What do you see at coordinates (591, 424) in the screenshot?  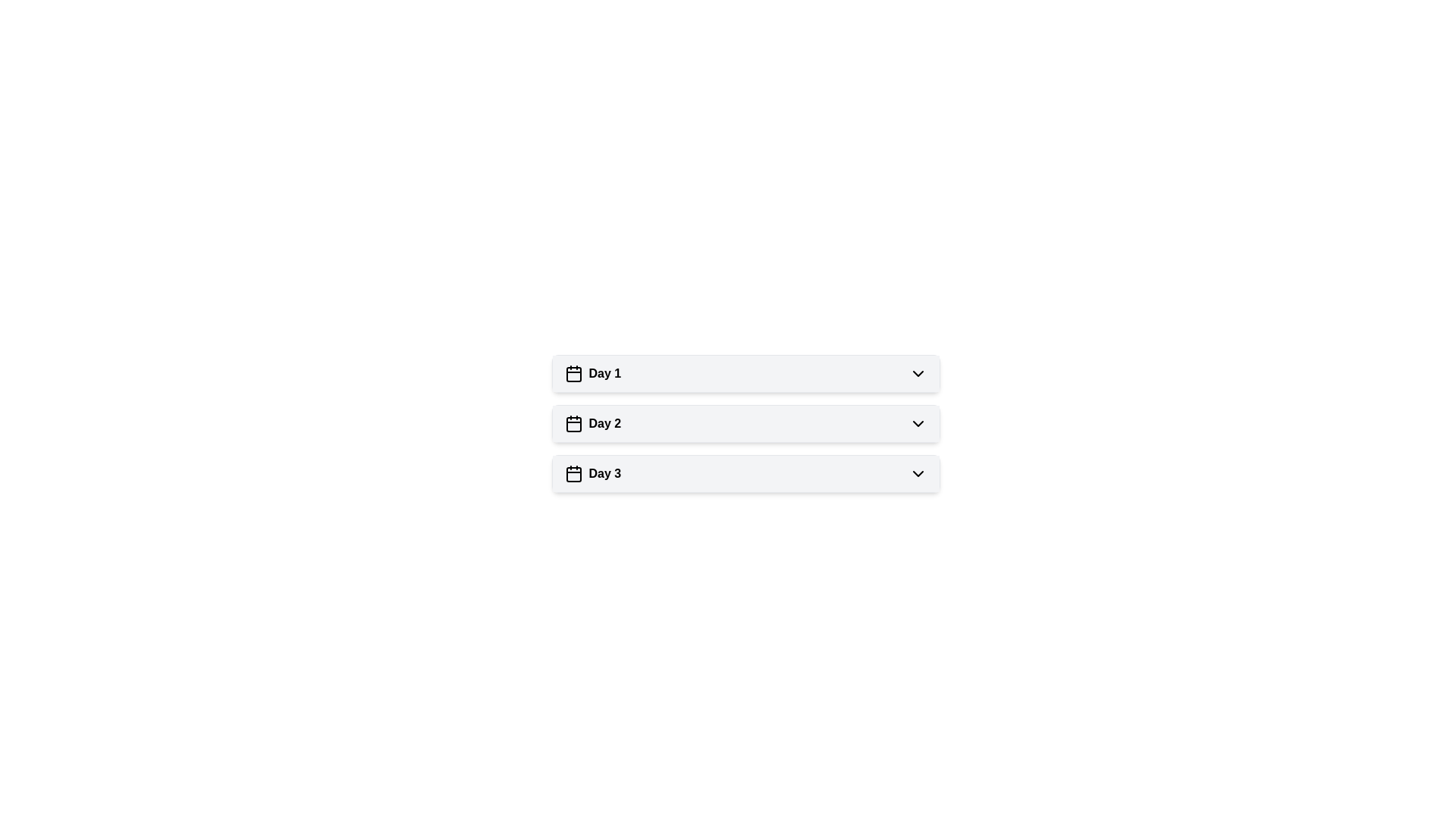 I see `the selectable item labeled 'Day 2'` at bounding box center [591, 424].